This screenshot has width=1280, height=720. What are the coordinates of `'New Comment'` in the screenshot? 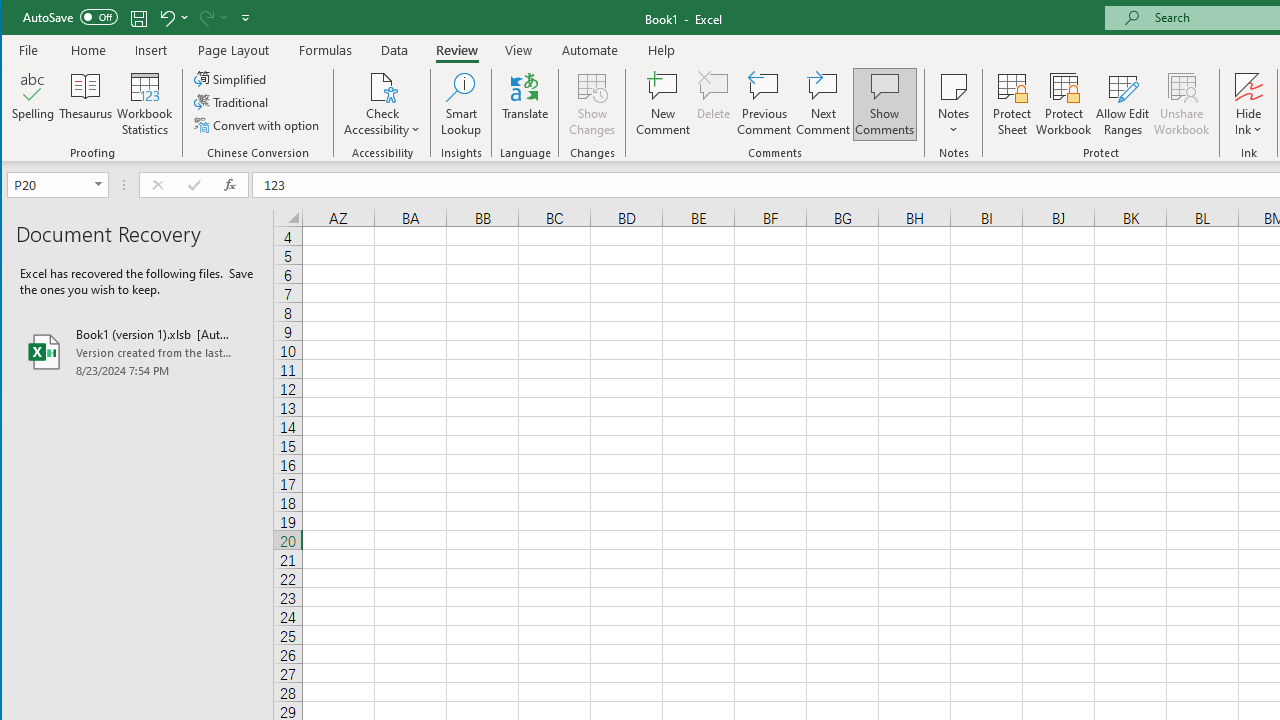 It's located at (663, 104).